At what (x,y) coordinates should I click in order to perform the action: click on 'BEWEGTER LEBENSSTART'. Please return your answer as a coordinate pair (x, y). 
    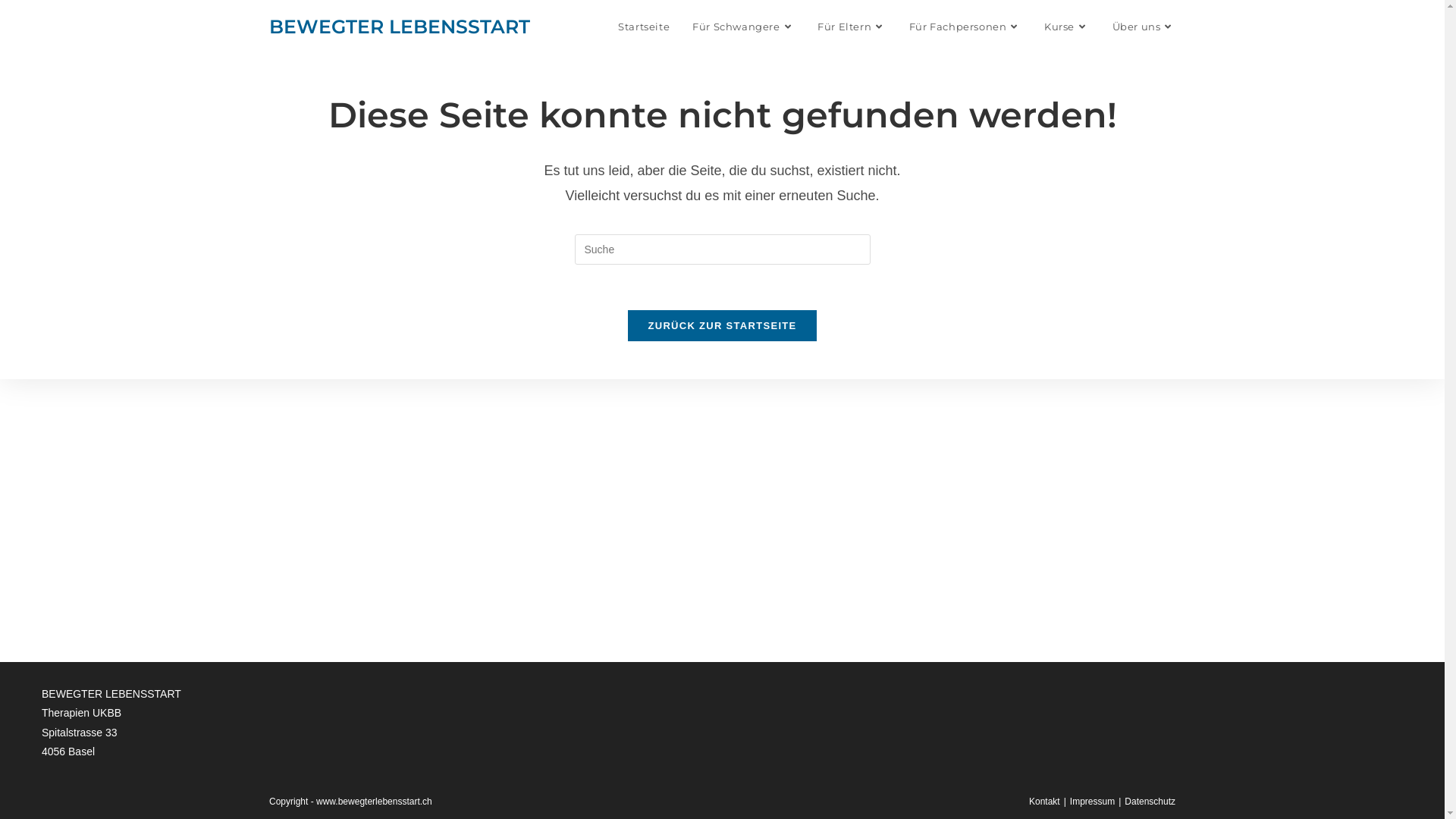
    Looking at the image, I should click on (269, 26).